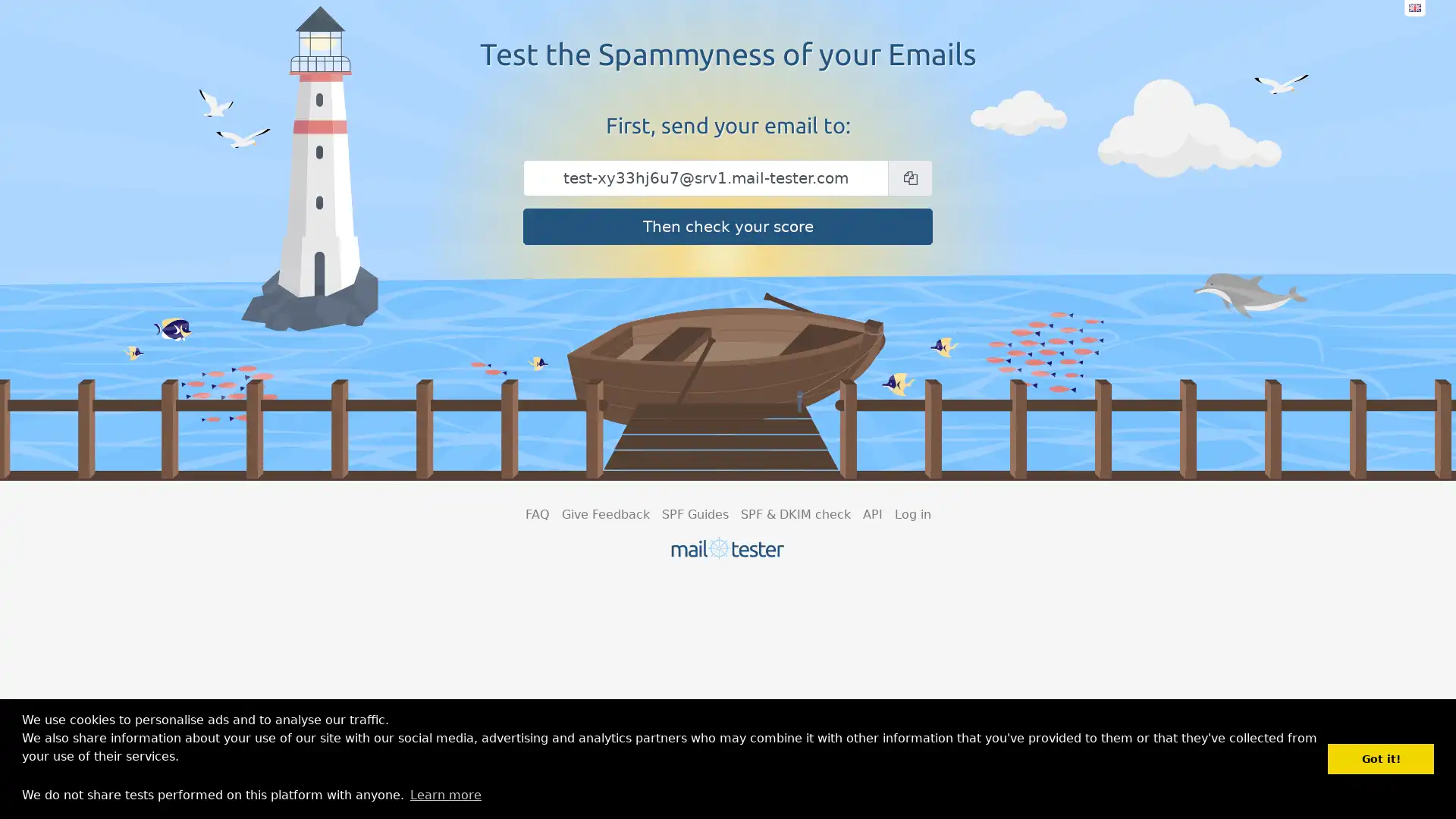 This screenshot has height=819, width=1456. I want to click on Then check your score, so click(728, 227).